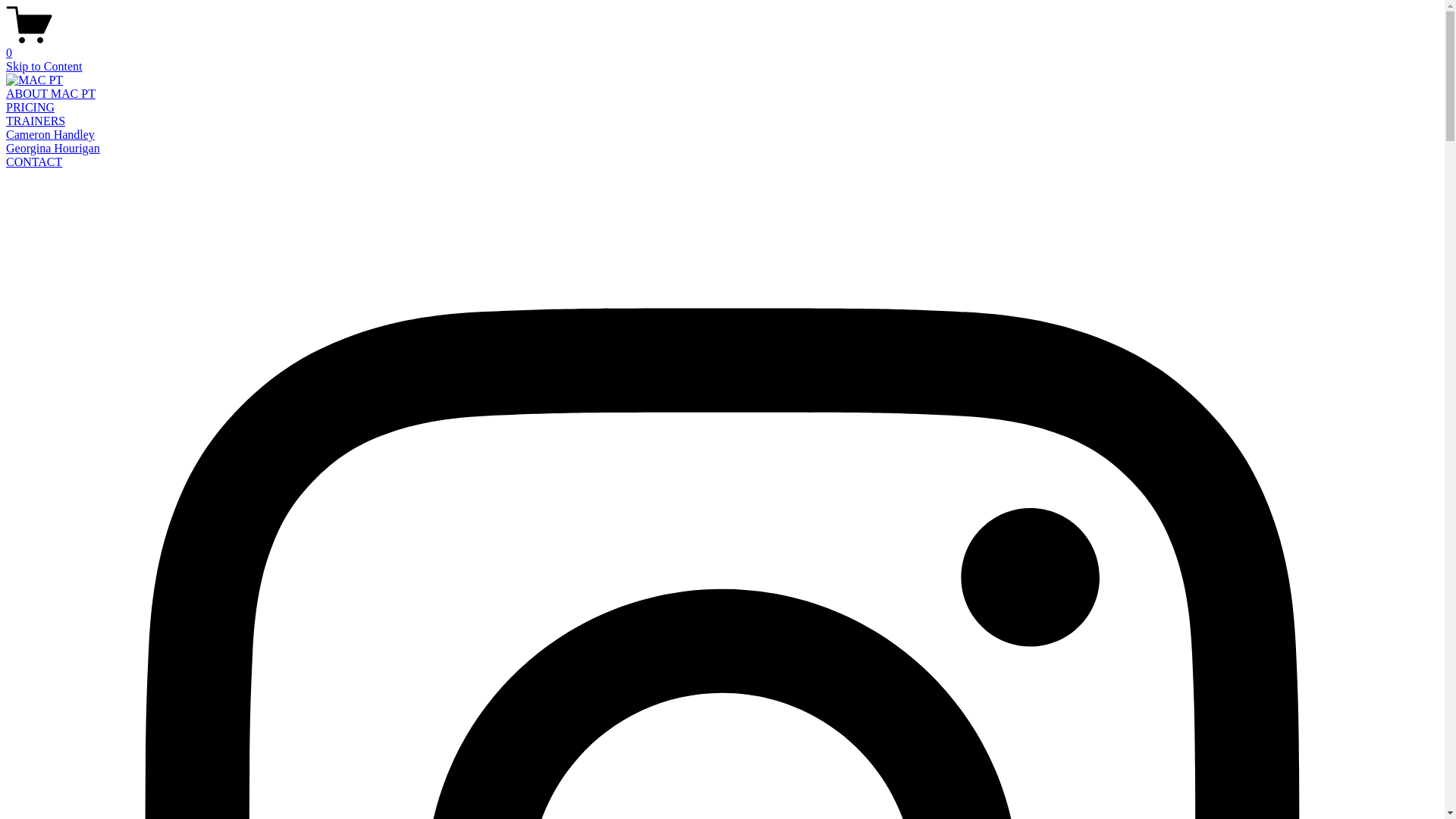 The image size is (1456, 819). I want to click on 'PRICING', so click(6, 106).